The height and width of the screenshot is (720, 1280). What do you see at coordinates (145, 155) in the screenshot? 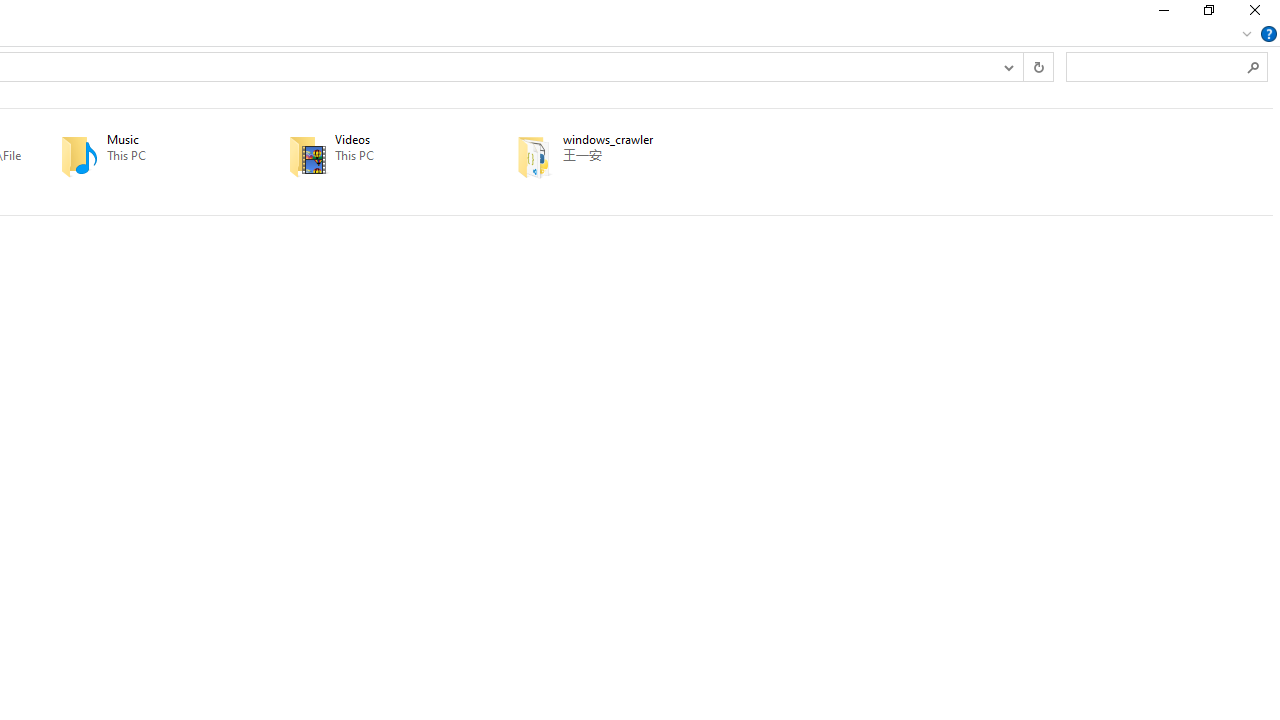
I see `'Music'` at bounding box center [145, 155].